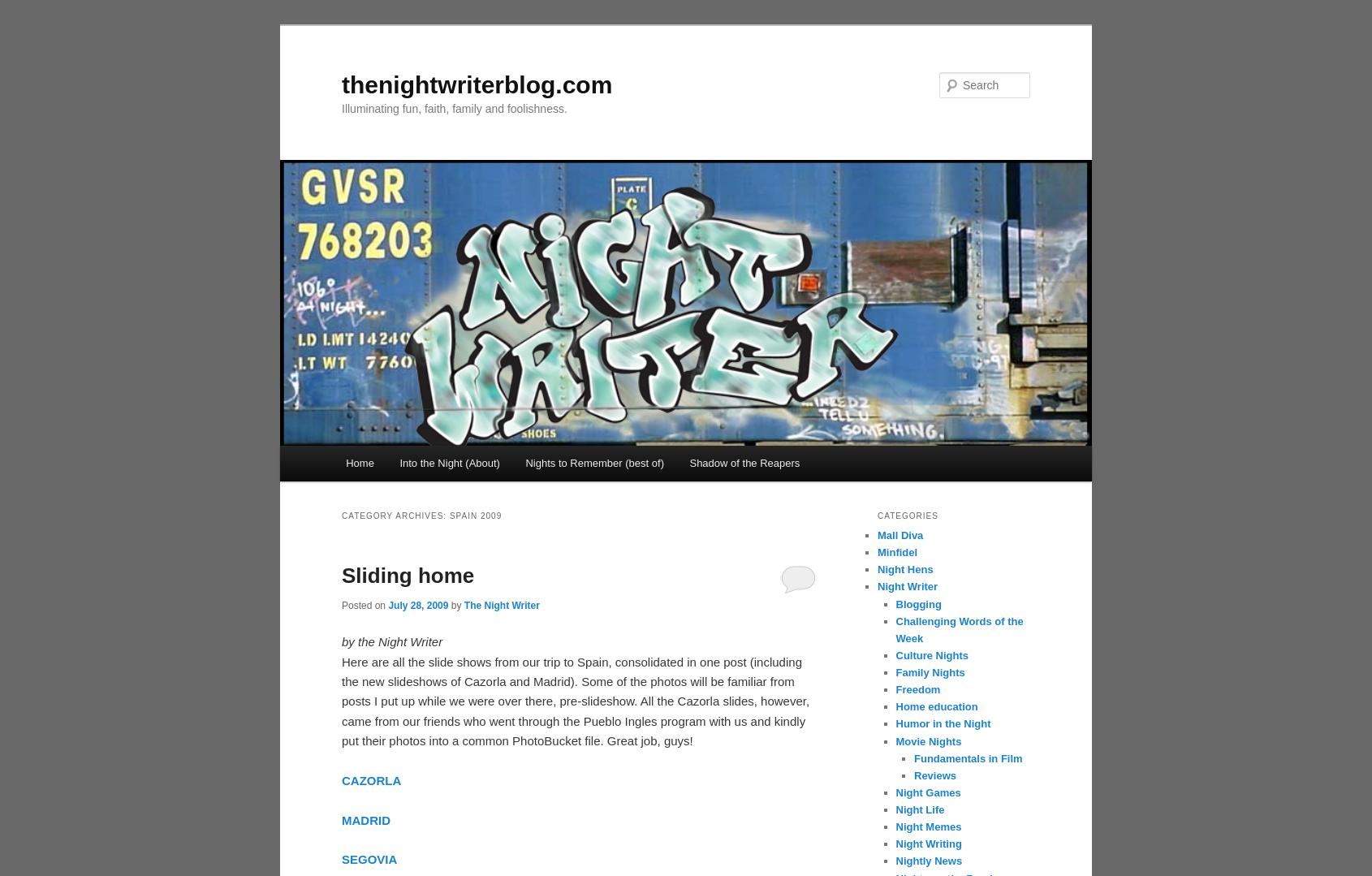 The image size is (1372, 876). I want to click on 'Night Writer', so click(907, 585).